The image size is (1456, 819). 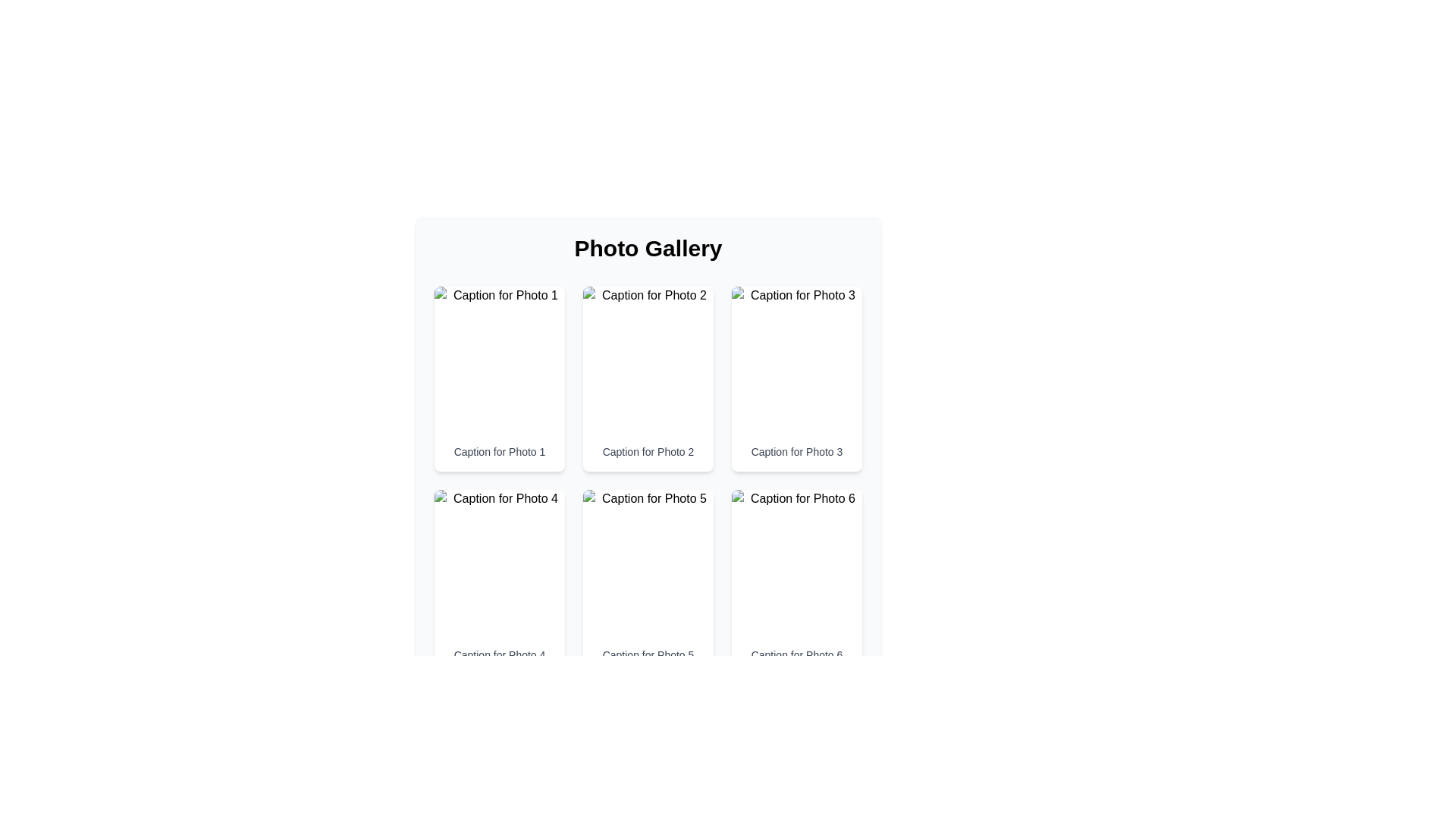 What do you see at coordinates (796, 562) in the screenshot?
I see `the image display area located in the sixth column of the gallery layout, which visually represents a photographic item above the caption 'Caption for Photo 6'` at bounding box center [796, 562].